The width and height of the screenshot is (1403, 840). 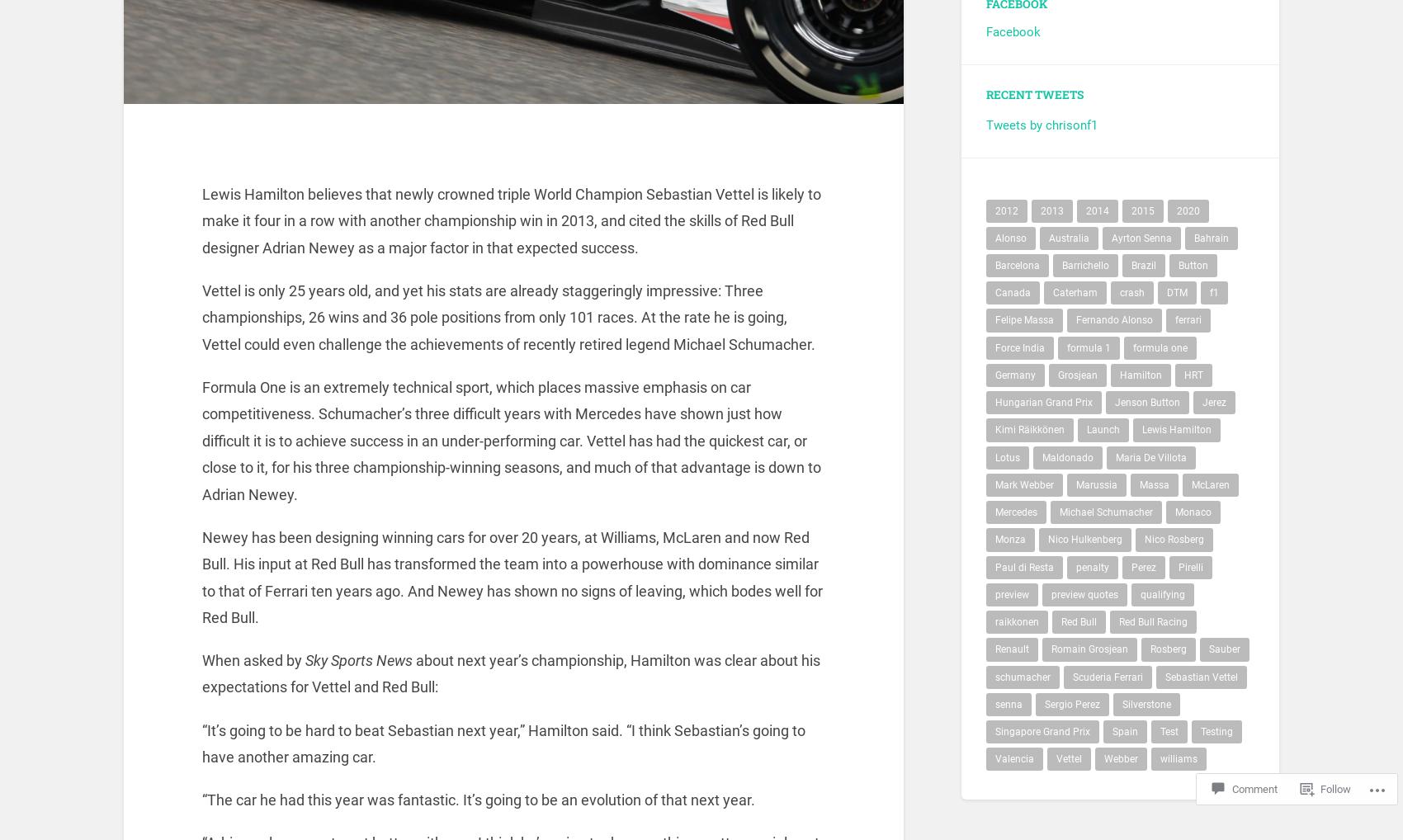 What do you see at coordinates (1175, 439) in the screenshot?
I see `'Lewis Hamilton'` at bounding box center [1175, 439].